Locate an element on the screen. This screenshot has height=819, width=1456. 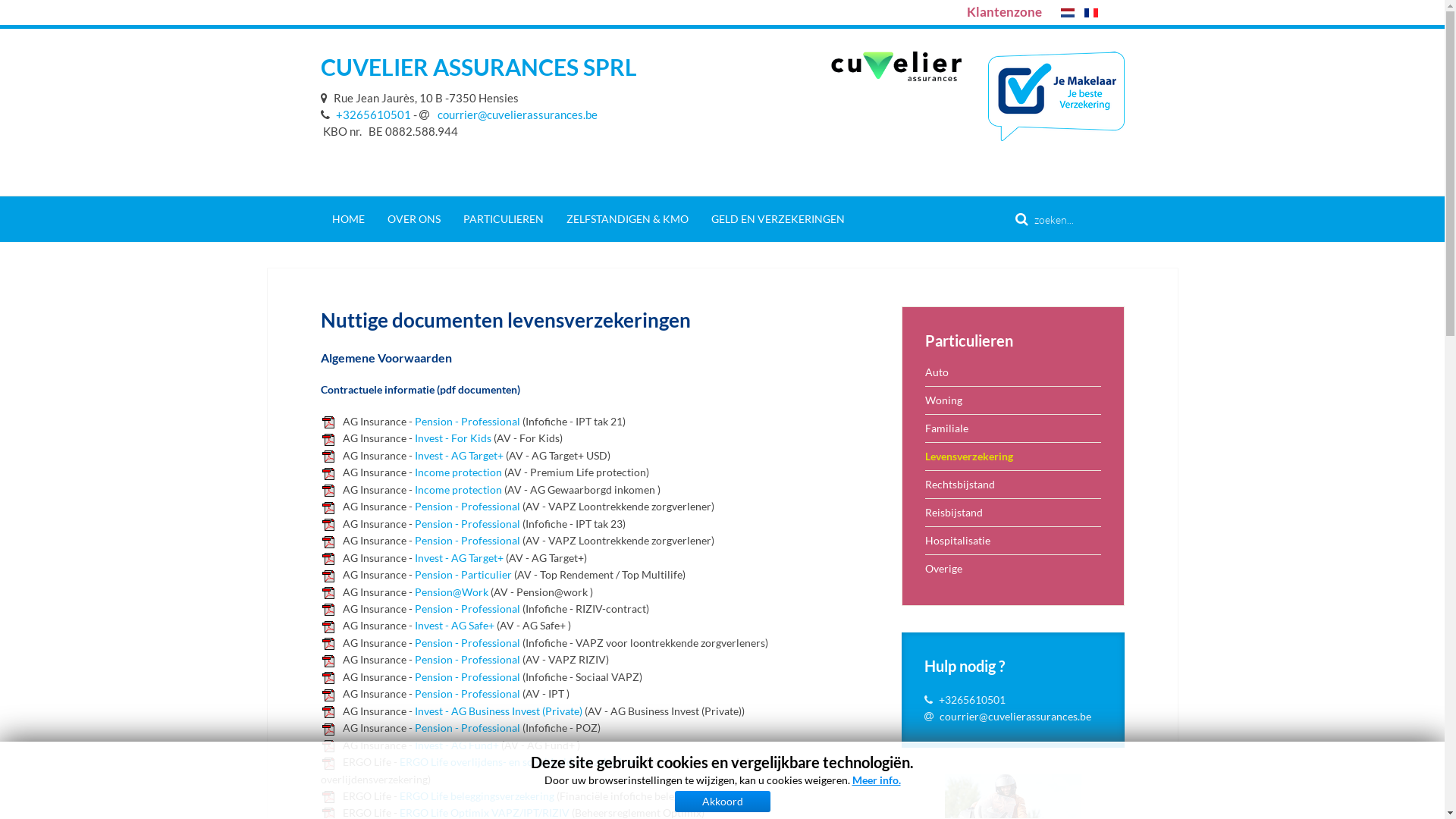
'Income protection' is located at coordinates (457, 471).